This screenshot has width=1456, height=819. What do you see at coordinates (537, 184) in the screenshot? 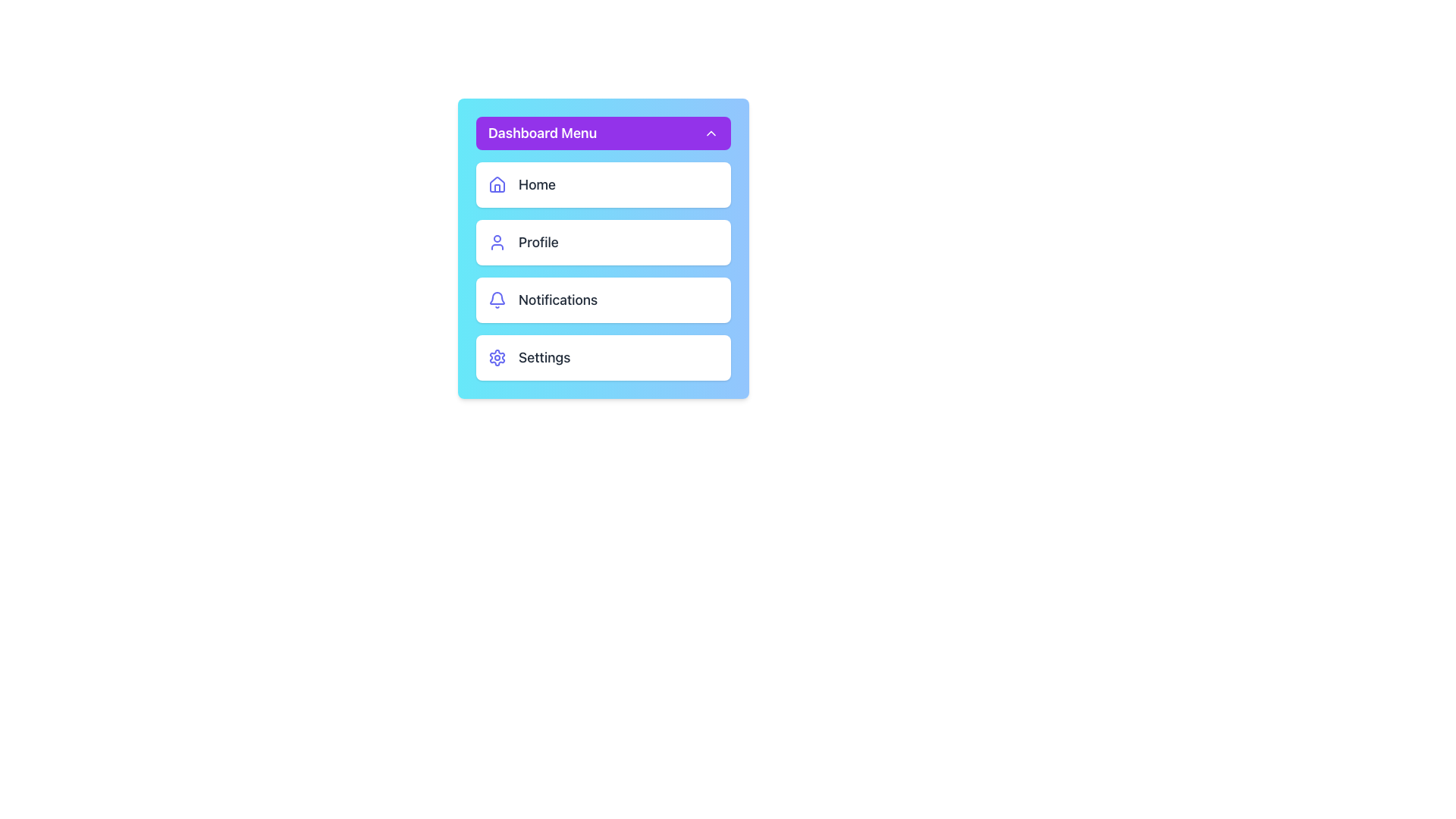
I see `the text label displaying 'Home', which is styled with a gray font color and medium weight, positioned to the right of a house icon in the 'Dashboard Menu'` at bounding box center [537, 184].